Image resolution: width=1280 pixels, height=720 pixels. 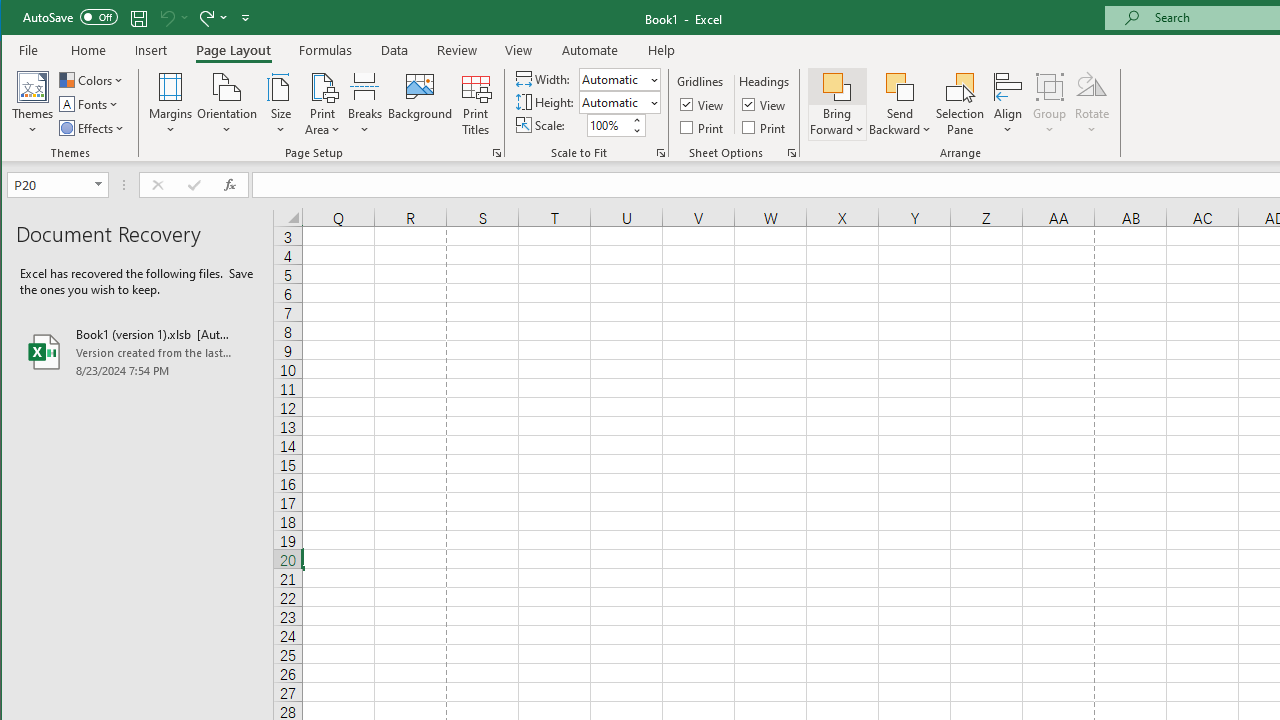 I want to click on 'Height', so click(x=618, y=102).